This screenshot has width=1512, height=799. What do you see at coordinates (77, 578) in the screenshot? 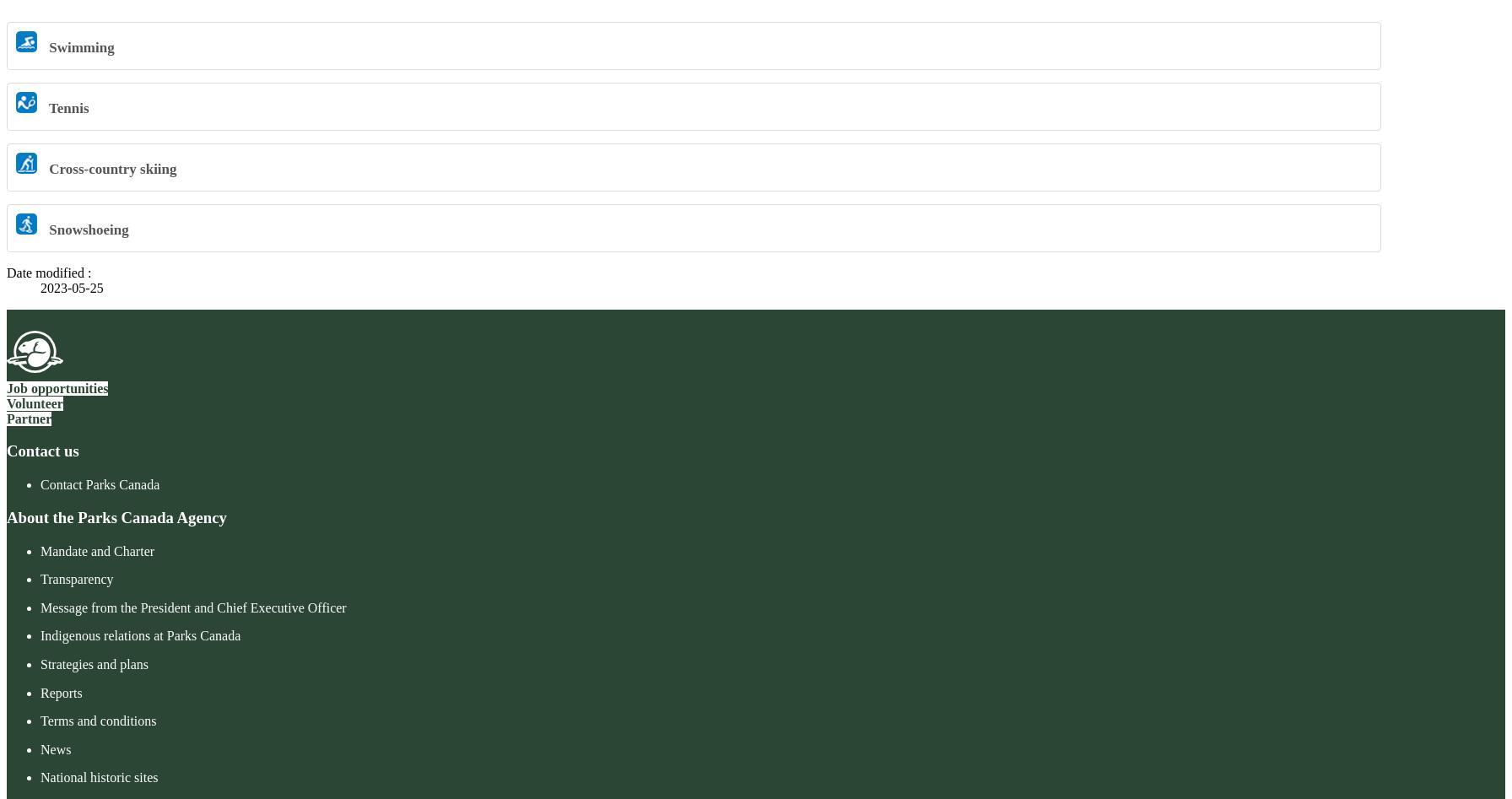
I see `'Transparency'` at bounding box center [77, 578].